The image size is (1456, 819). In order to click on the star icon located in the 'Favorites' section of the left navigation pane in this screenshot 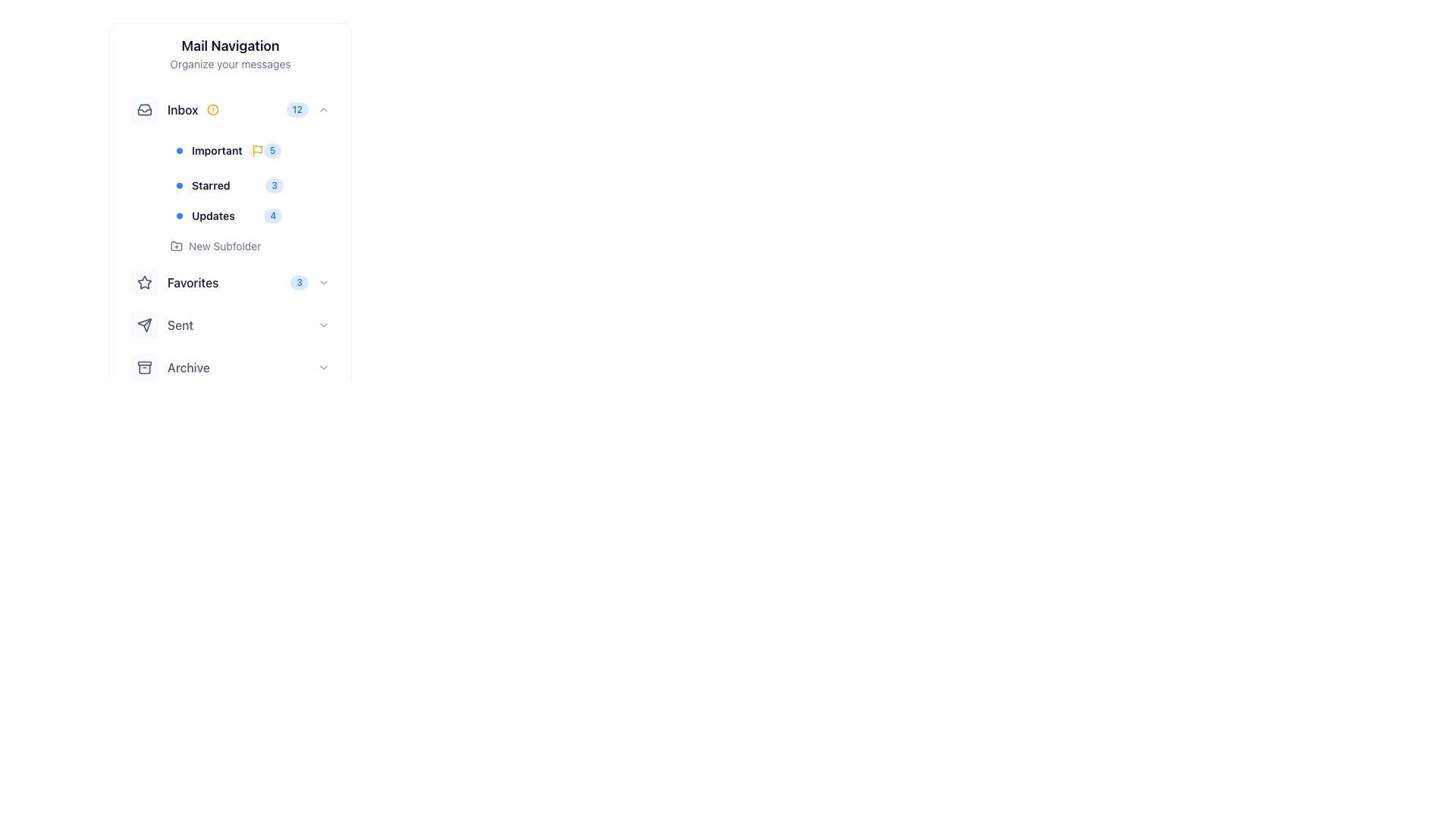, I will do `click(145, 283)`.